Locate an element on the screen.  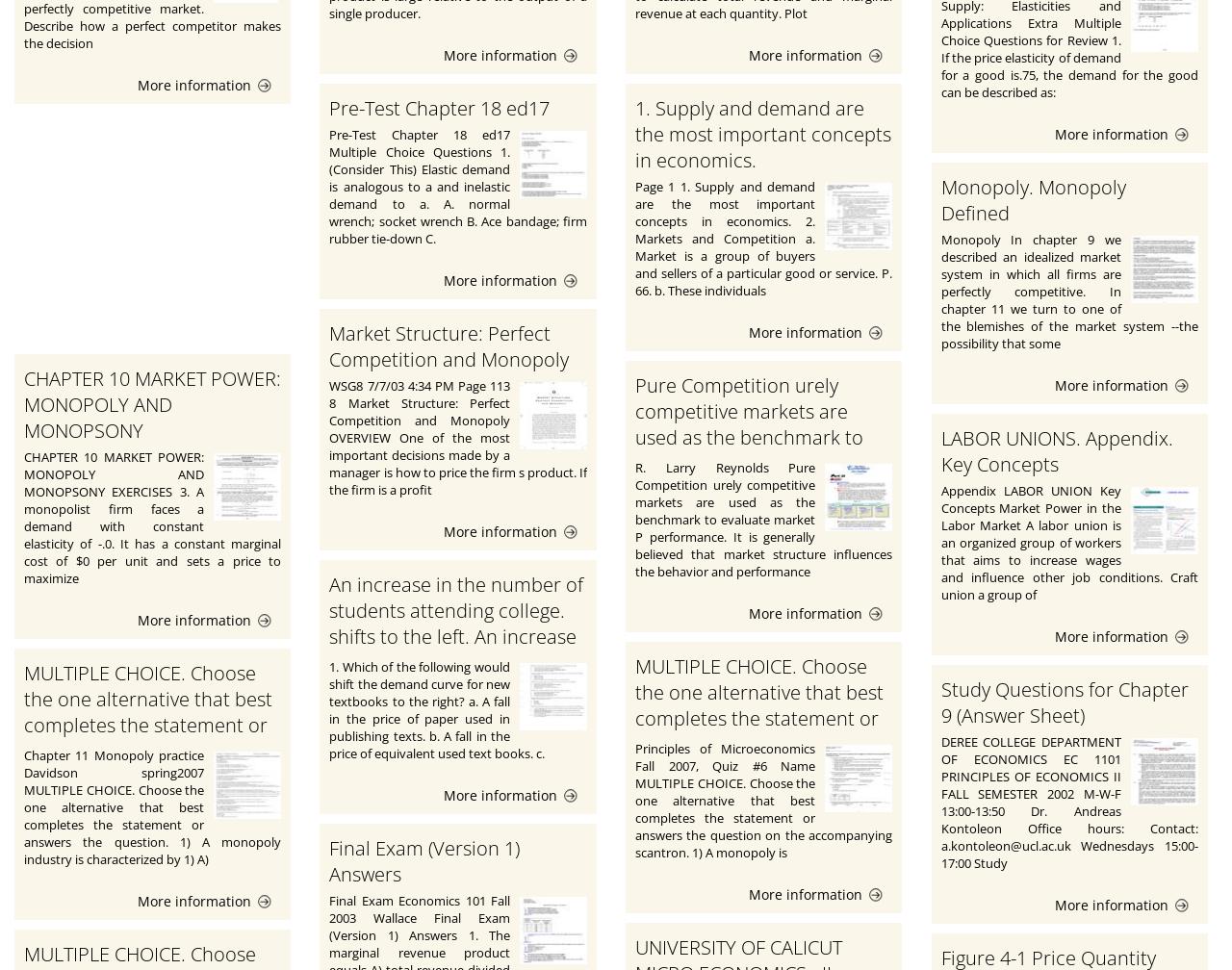
'CHAPTER 10 MARKET POWER: MONOPOLY AND MONOPSONY EXERCISES 3. A monopolist firm faces a demand with constant elasticity of -.0. It has a constant marginal cost of $0 per unit and sets a price to maximize' is located at coordinates (151, 517).